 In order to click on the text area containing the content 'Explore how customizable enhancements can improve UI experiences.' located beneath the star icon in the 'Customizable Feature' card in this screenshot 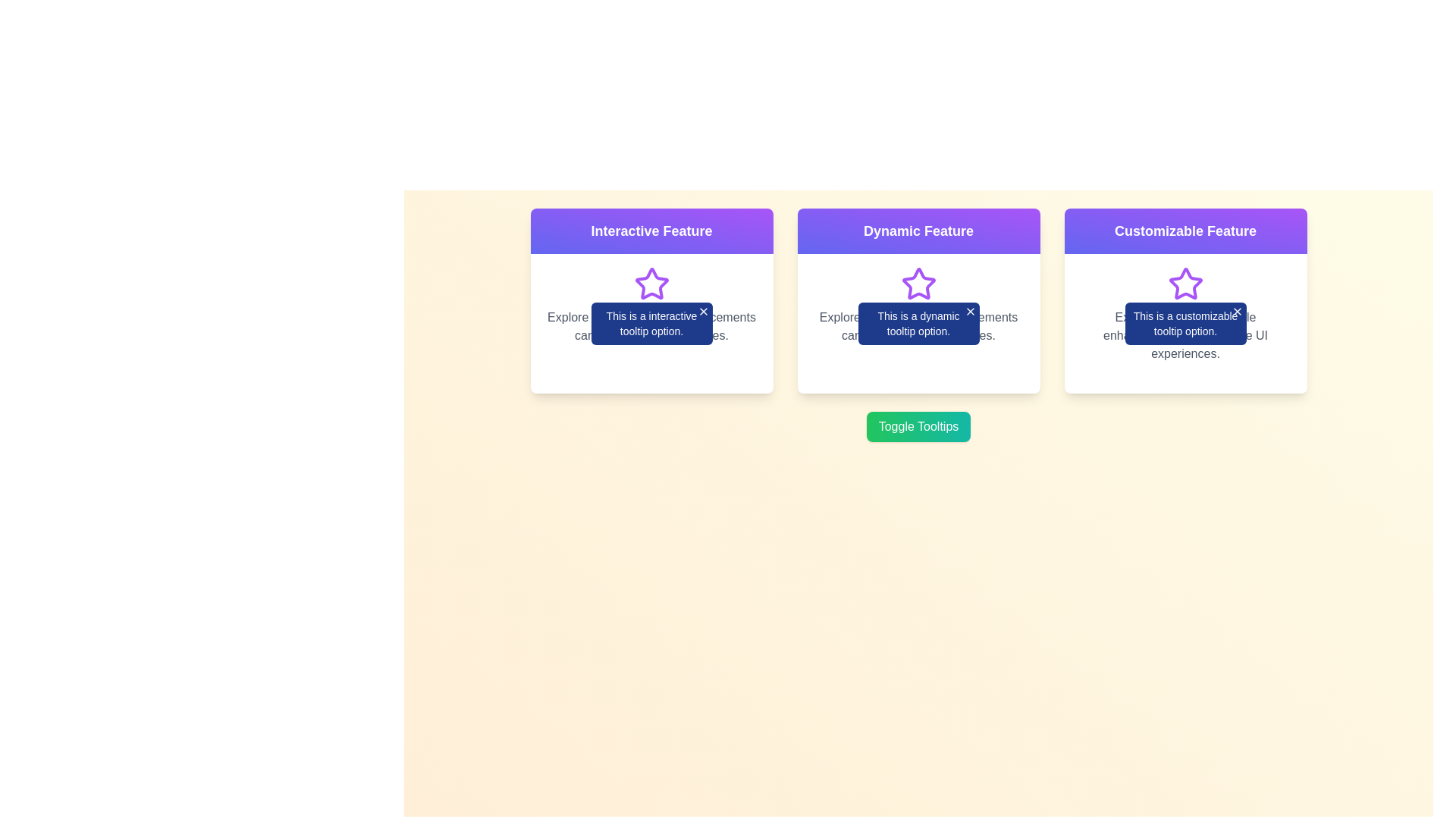, I will do `click(1185, 314)`.